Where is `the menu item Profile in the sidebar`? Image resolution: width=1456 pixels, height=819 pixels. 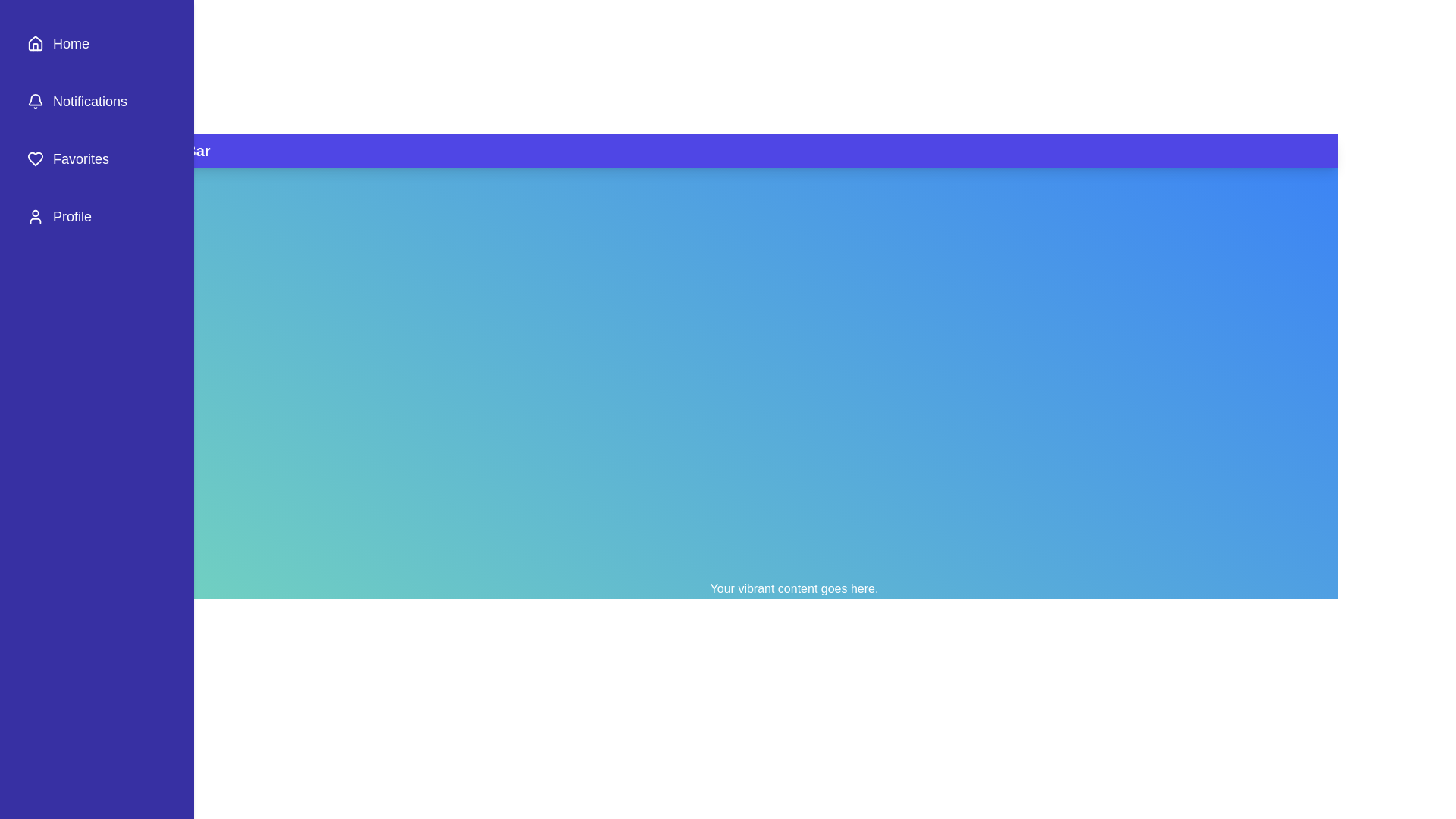 the menu item Profile in the sidebar is located at coordinates (96, 216).